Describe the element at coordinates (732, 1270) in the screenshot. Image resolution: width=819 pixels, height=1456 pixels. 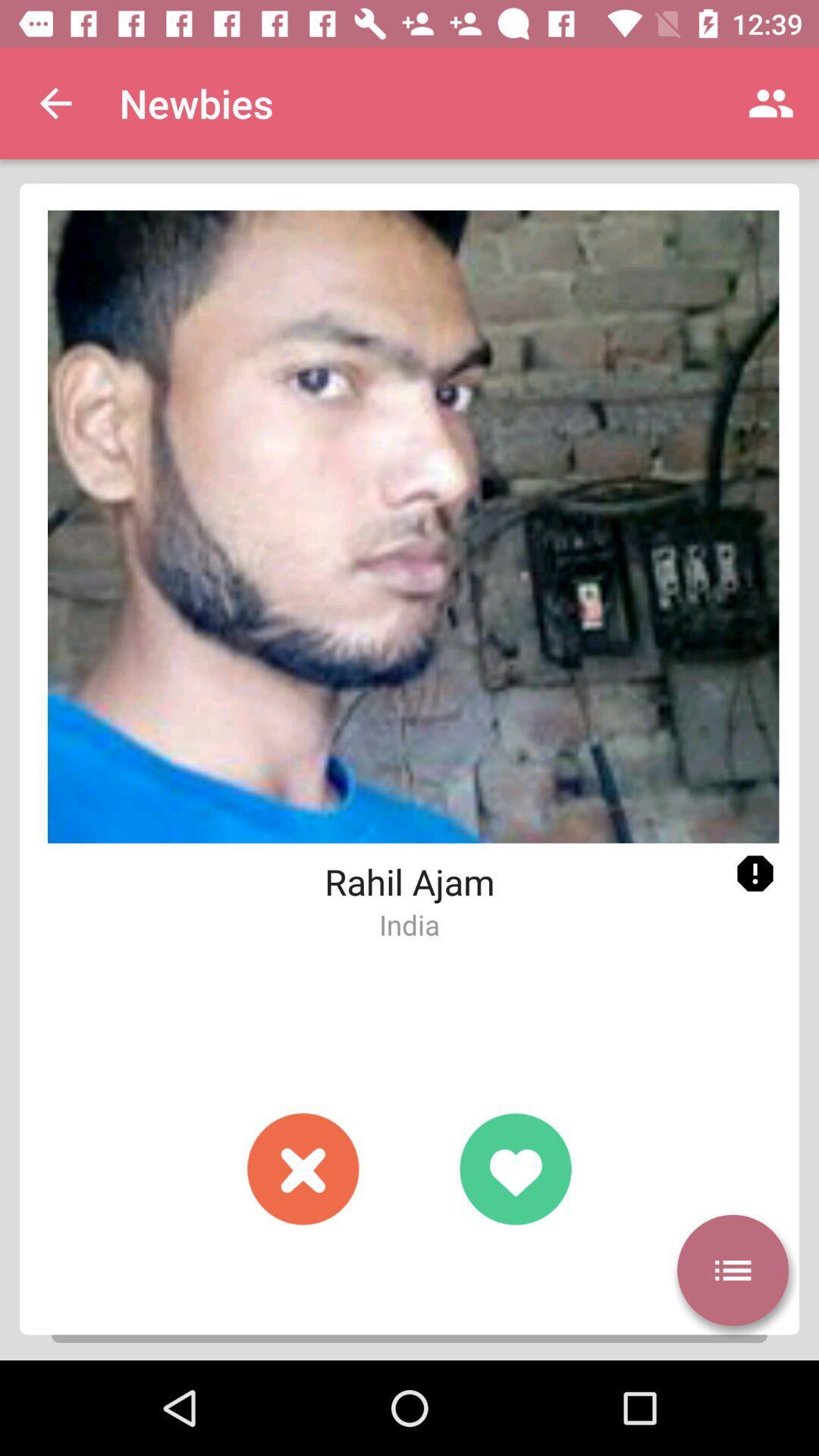
I see `menu` at that location.